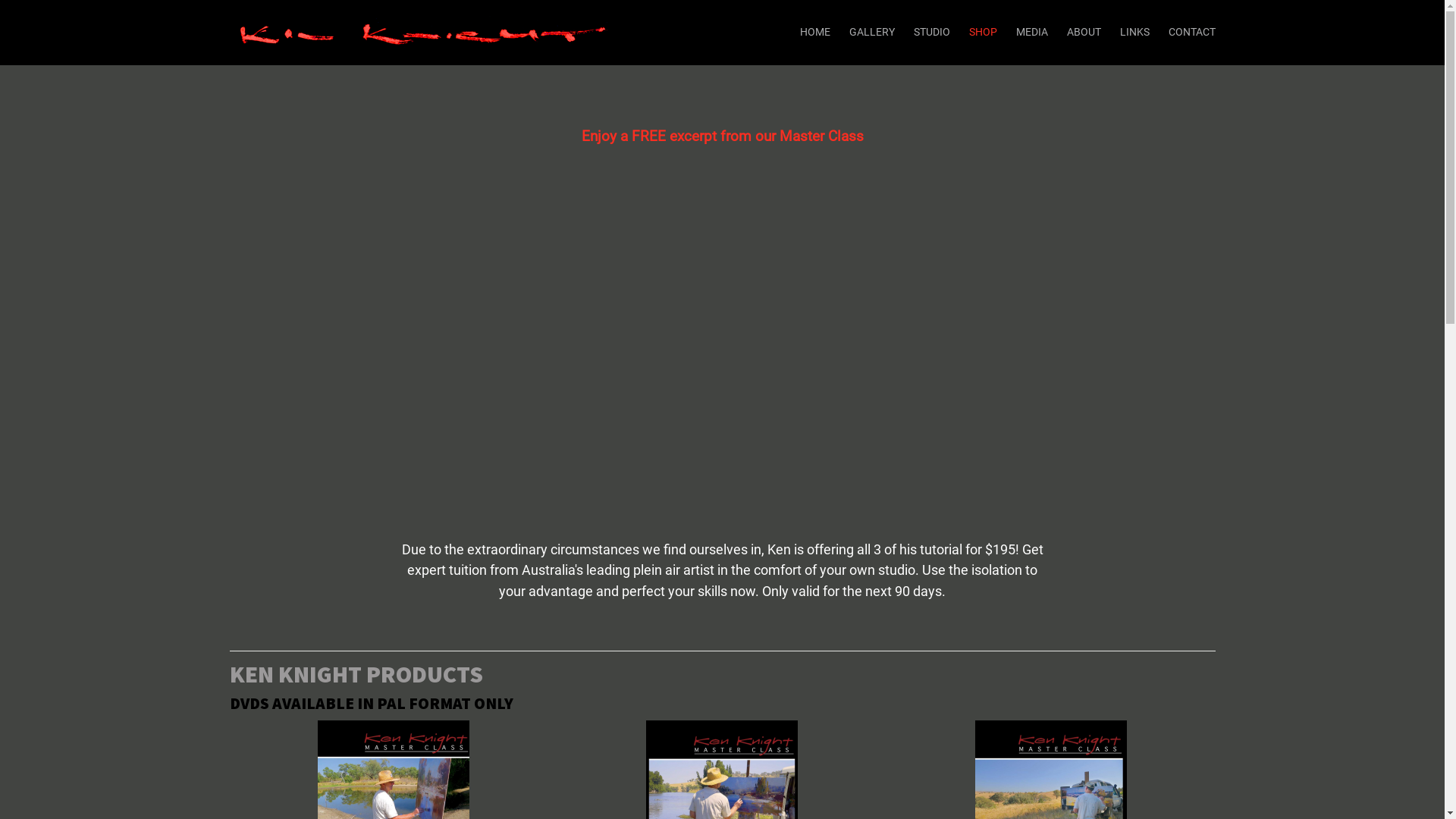 The height and width of the screenshot is (819, 1456). What do you see at coordinates (1134, 32) in the screenshot?
I see `'LINKS'` at bounding box center [1134, 32].